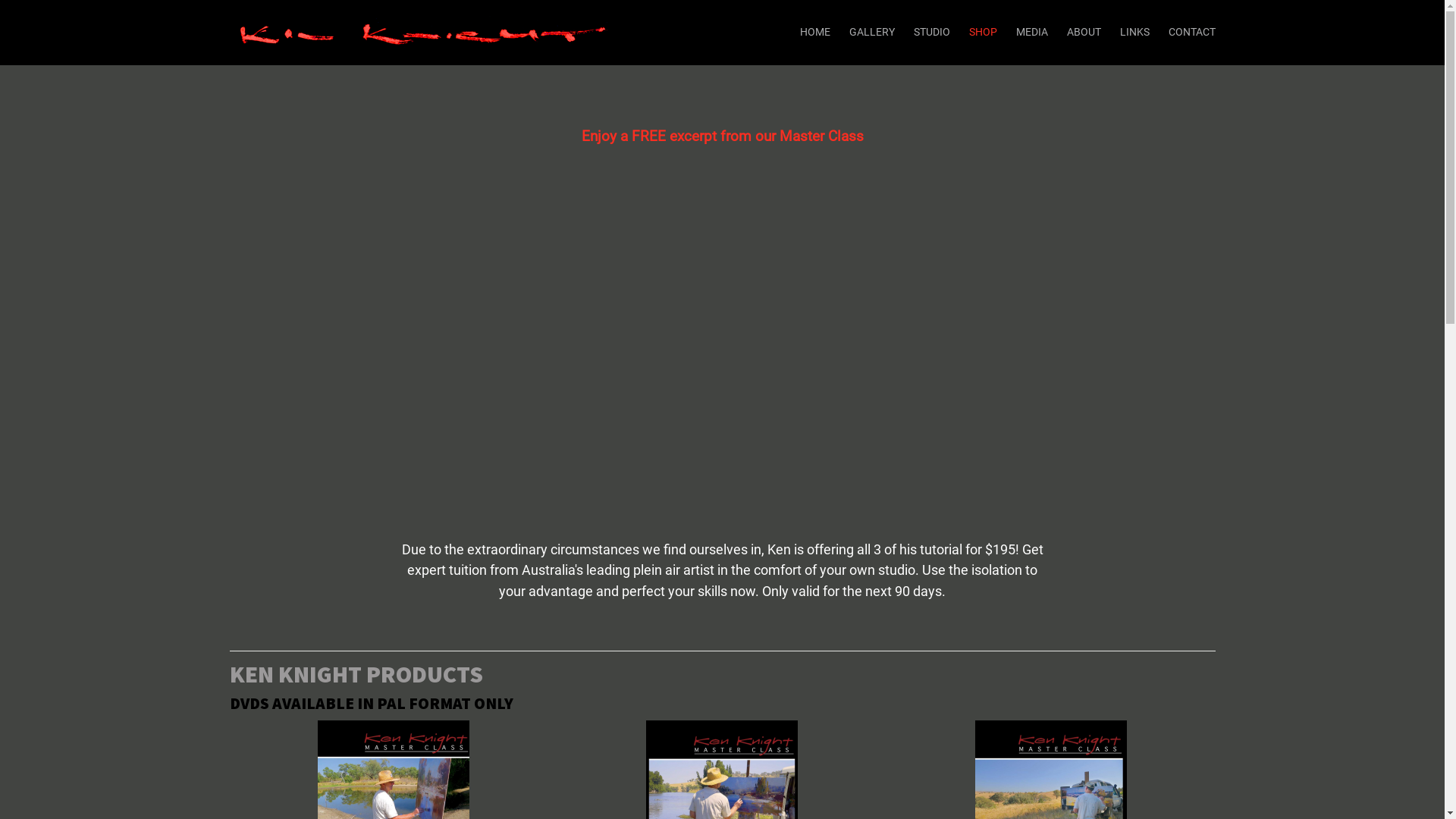 The height and width of the screenshot is (819, 1456). What do you see at coordinates (1134, 32) in the screenshot?
I see `'LINKS'` at bounding box center [1134, 32].